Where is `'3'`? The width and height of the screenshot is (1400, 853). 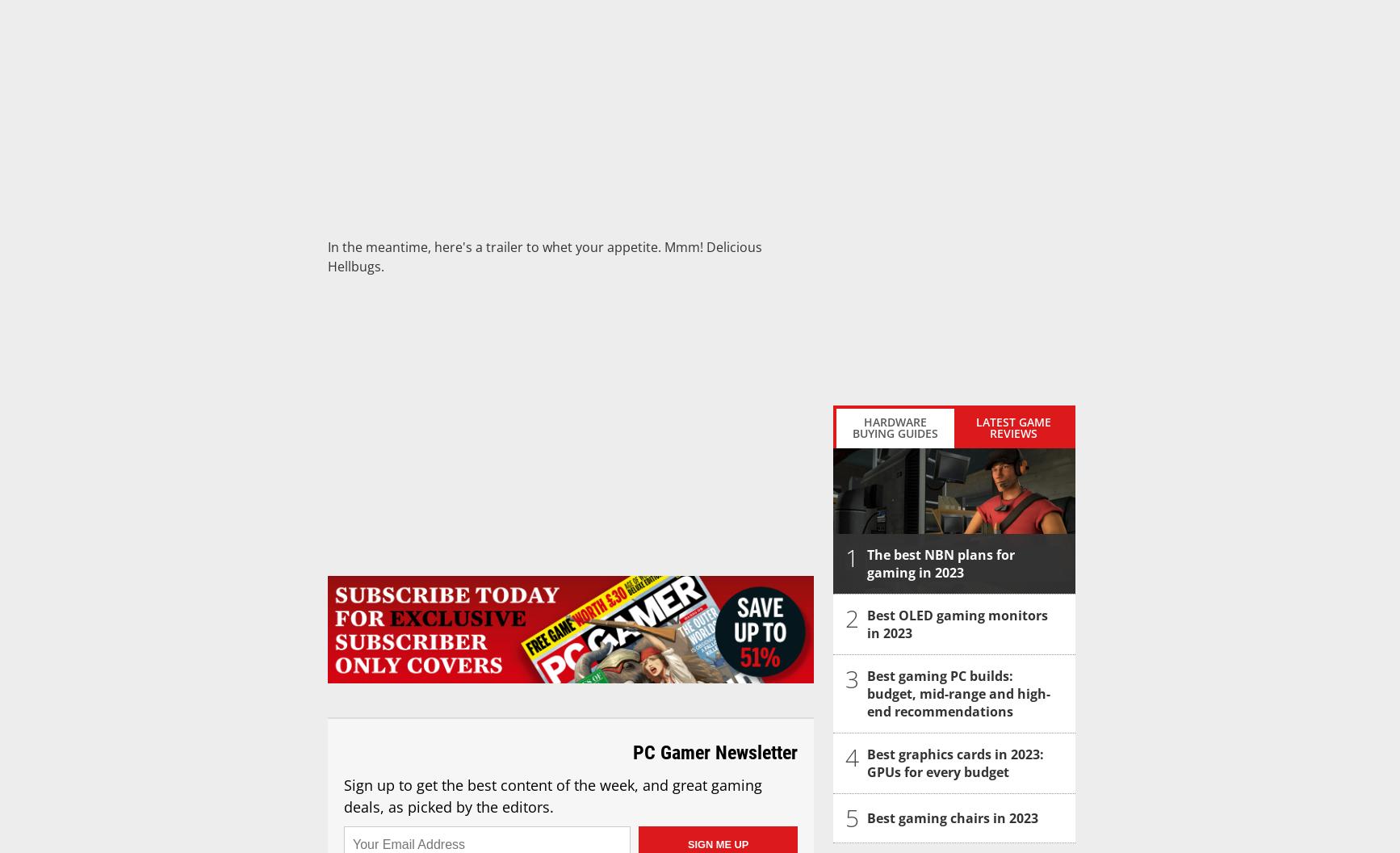
'3' is located at coordinates (852, 679).